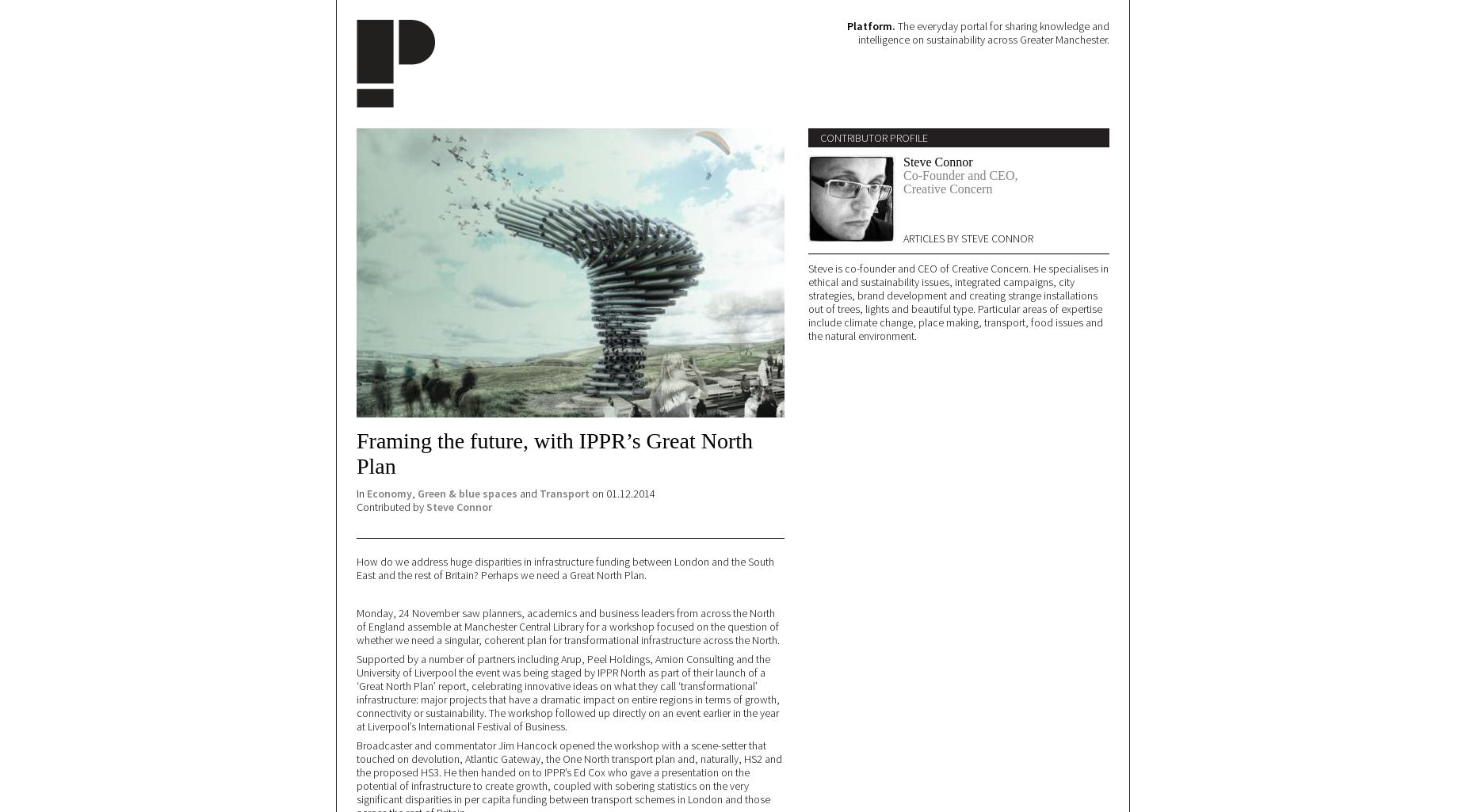 The width and height of the screenshot is (1466, 812). I want to click on 'Articles by Steve Connor', so click(902, 238).